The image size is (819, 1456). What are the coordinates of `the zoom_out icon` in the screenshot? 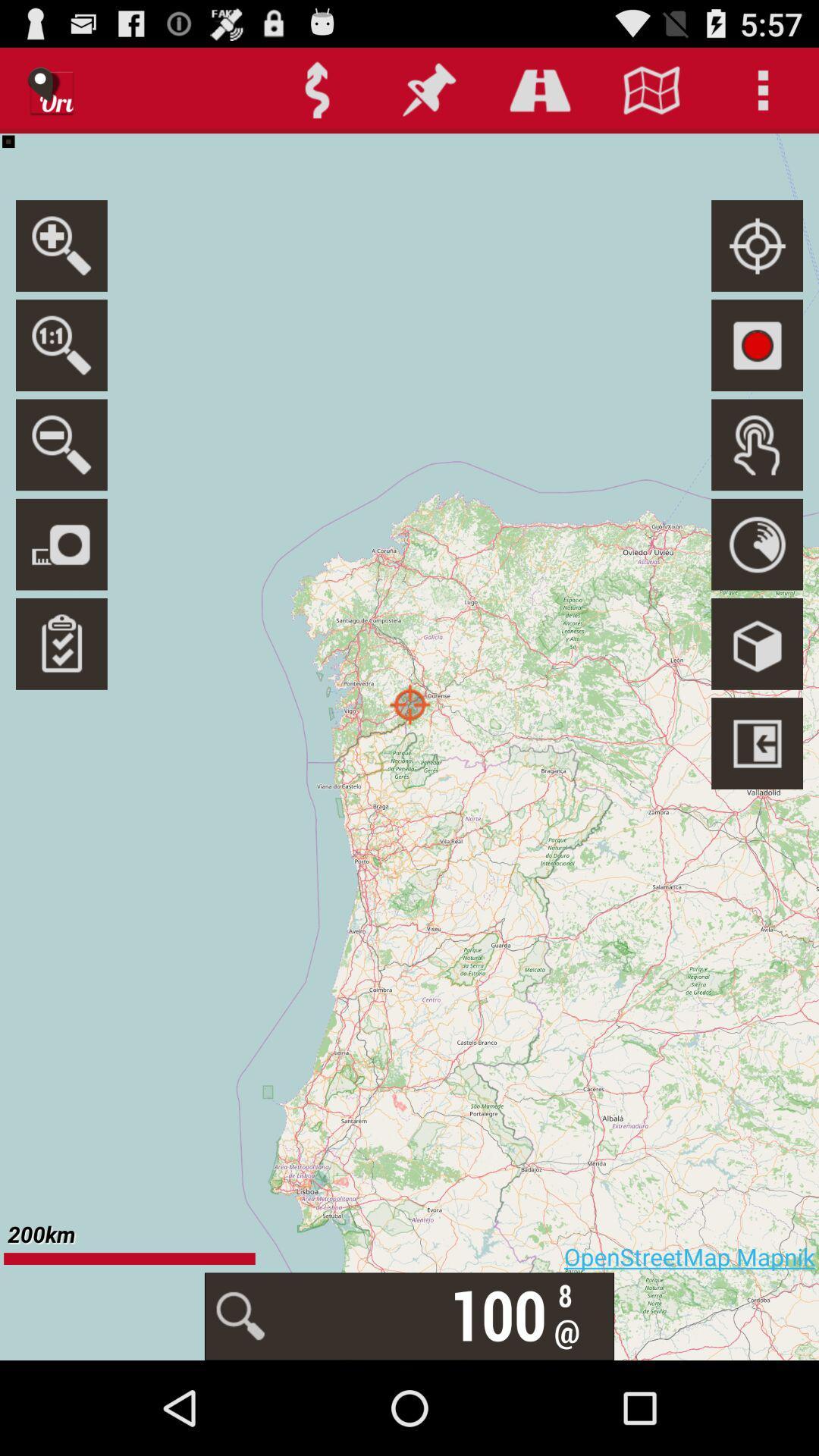 It's located at (61, 475).